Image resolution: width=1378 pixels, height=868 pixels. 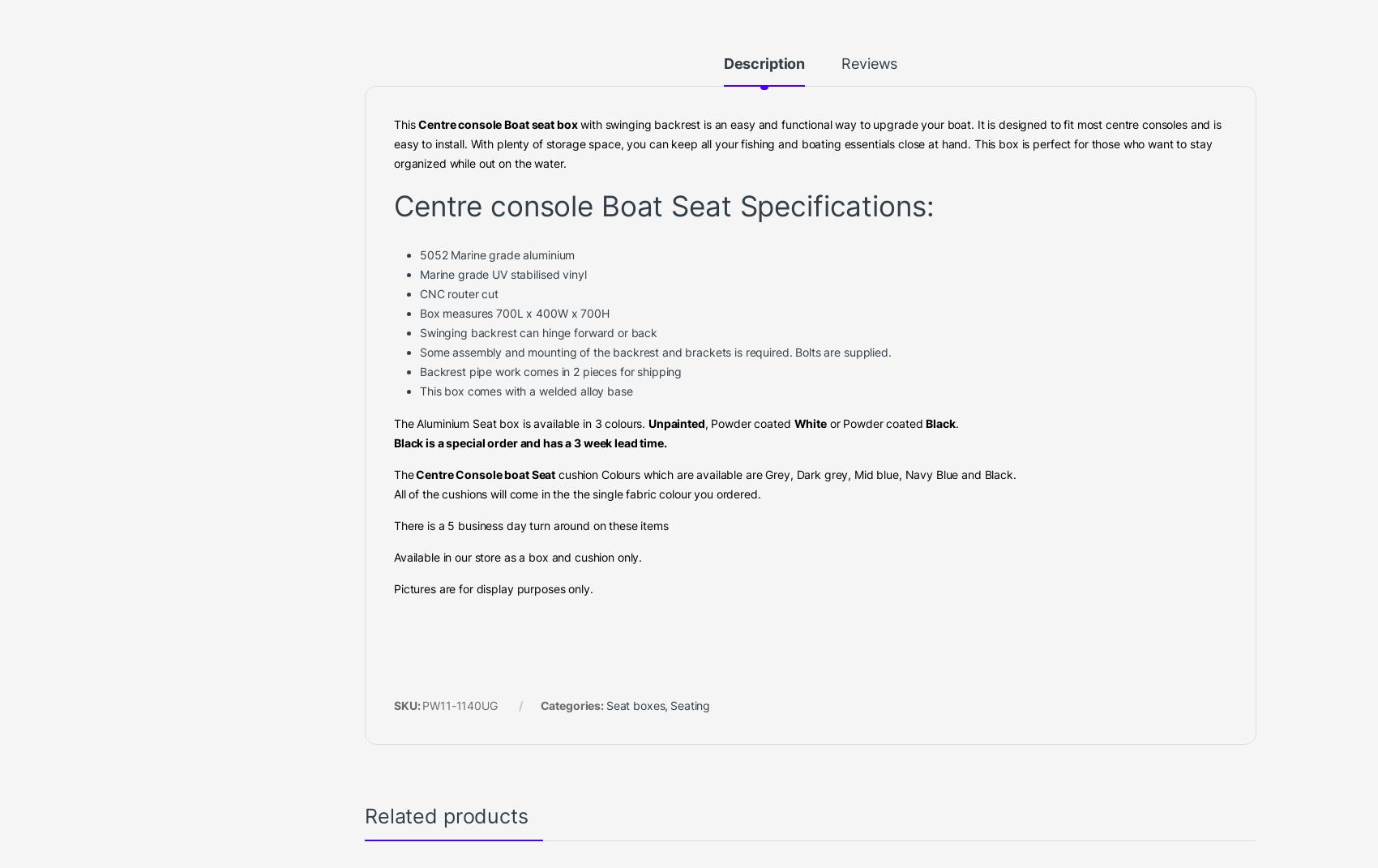 What do you see at coordinates (620, 19) in the screenshot?
I see `'Consoles'` at bounding box center [620, 19].